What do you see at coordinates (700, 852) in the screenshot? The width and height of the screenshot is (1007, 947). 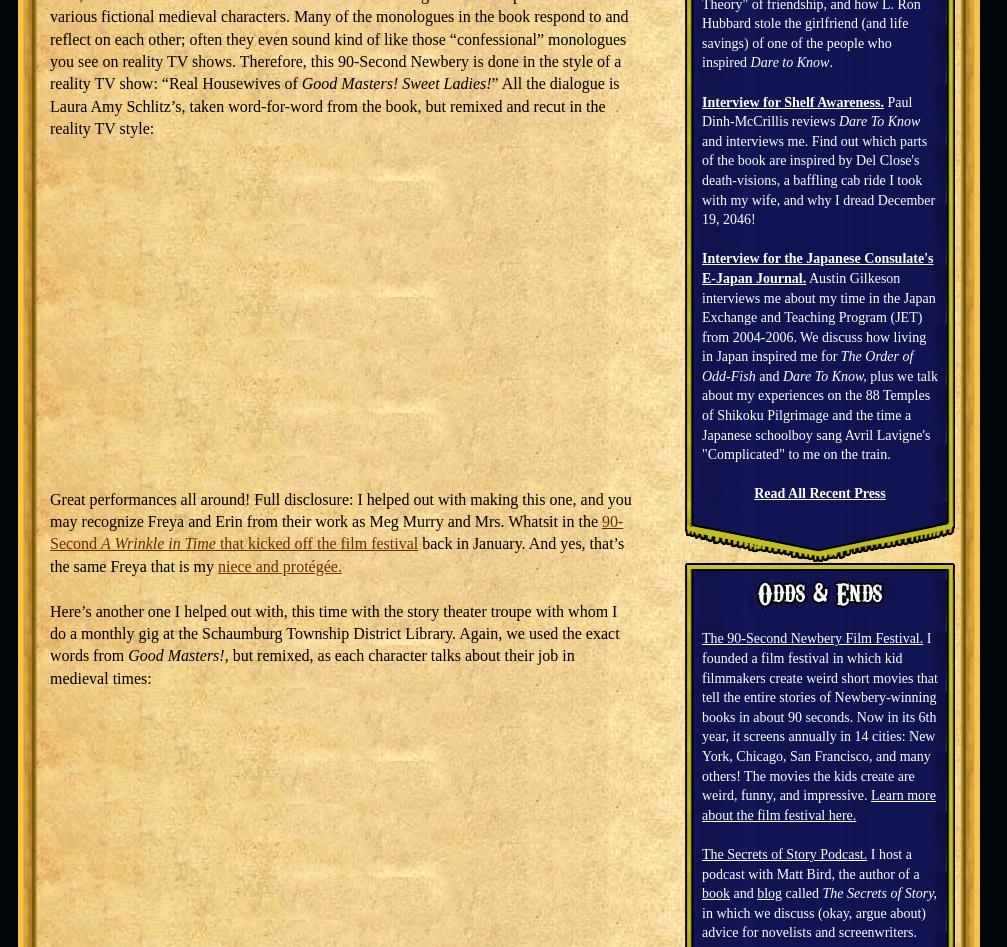 I see `'The Secrets of Story Podcast.'` at bounding box center [700, 852].